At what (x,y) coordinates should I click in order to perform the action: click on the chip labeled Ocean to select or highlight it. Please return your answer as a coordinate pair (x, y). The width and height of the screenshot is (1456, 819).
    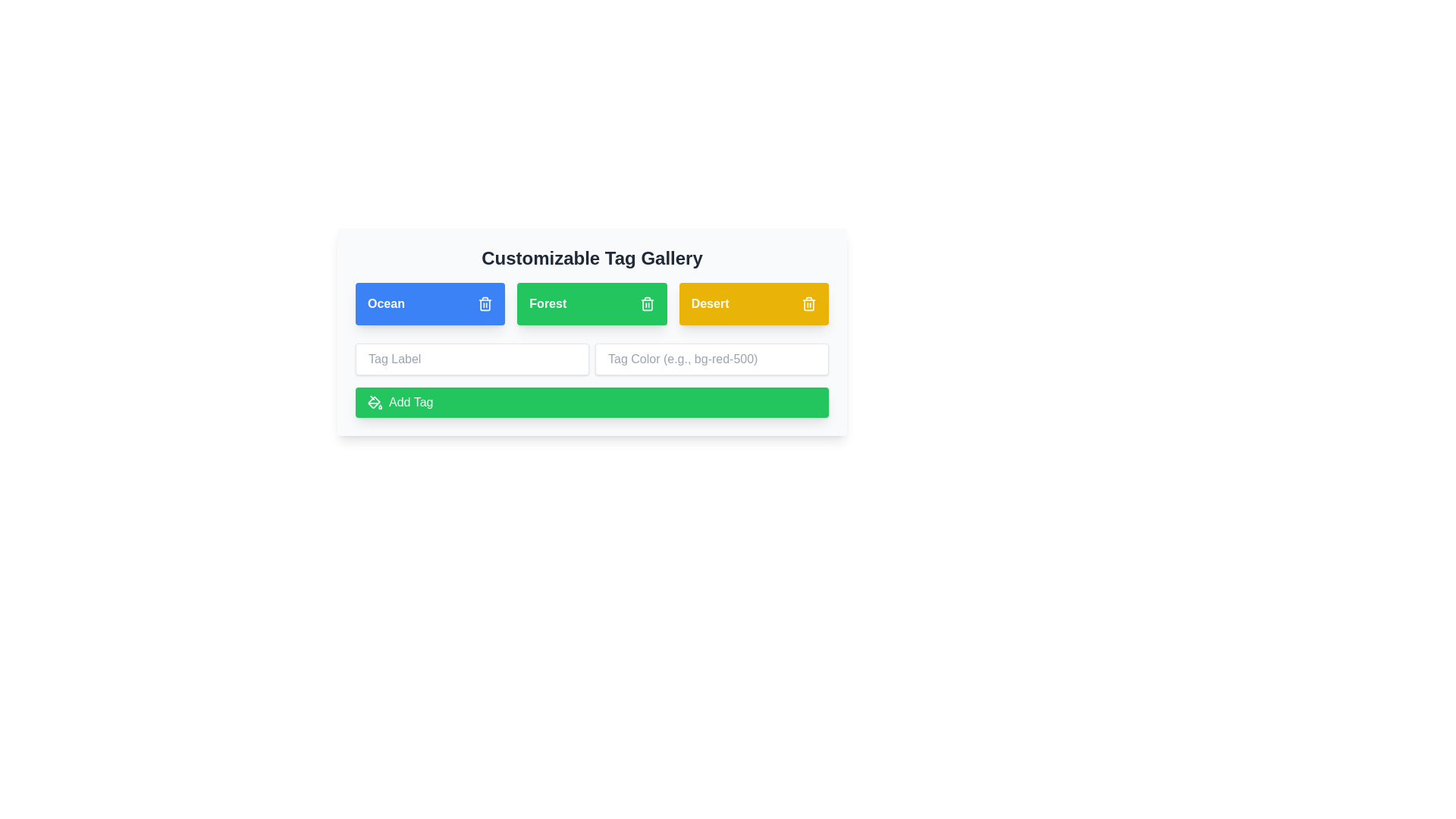
    Looking at the image, I should click on (429, 304).